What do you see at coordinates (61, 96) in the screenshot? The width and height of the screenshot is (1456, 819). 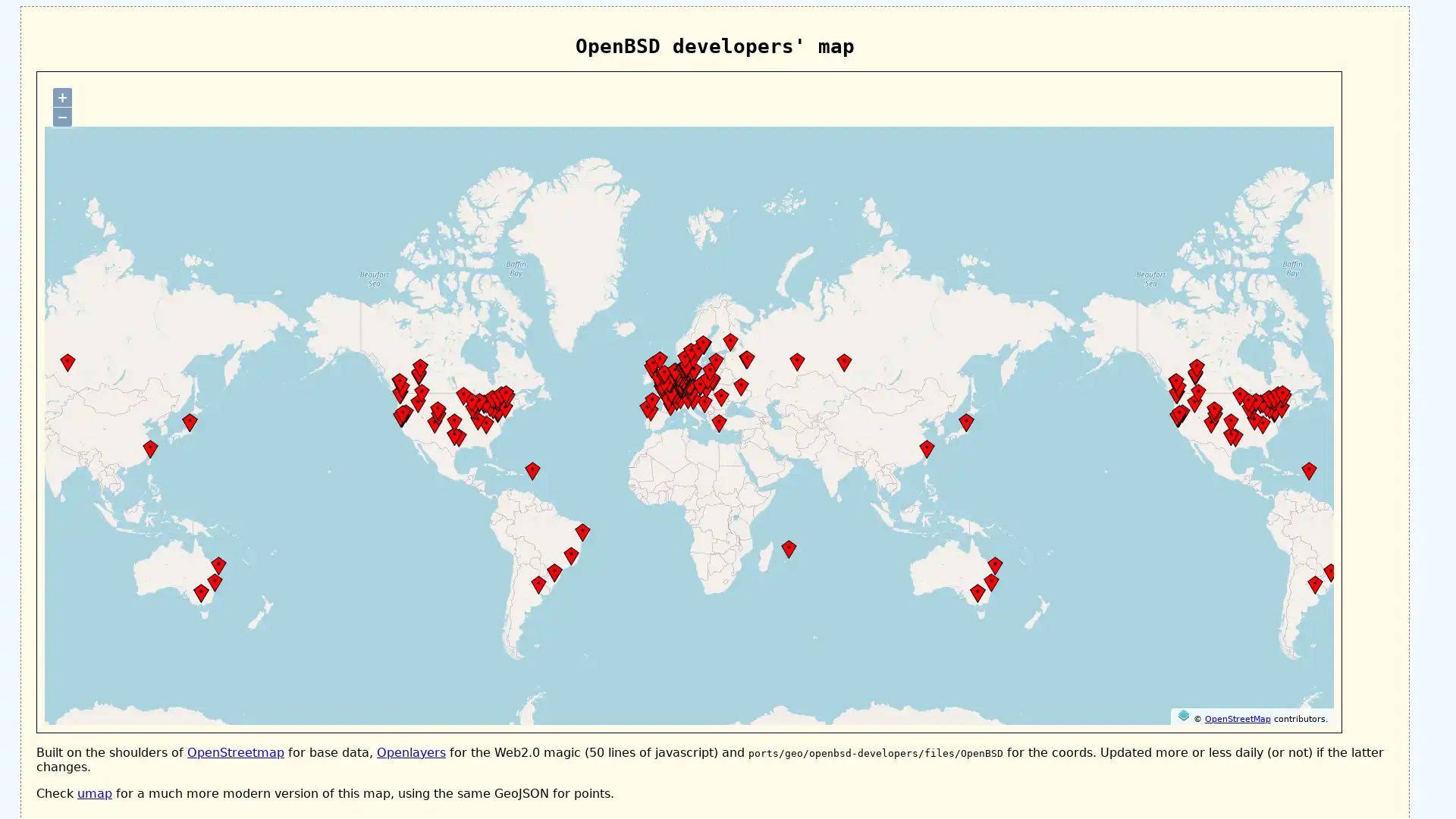 I see `+` at bounding box center [61, 96].